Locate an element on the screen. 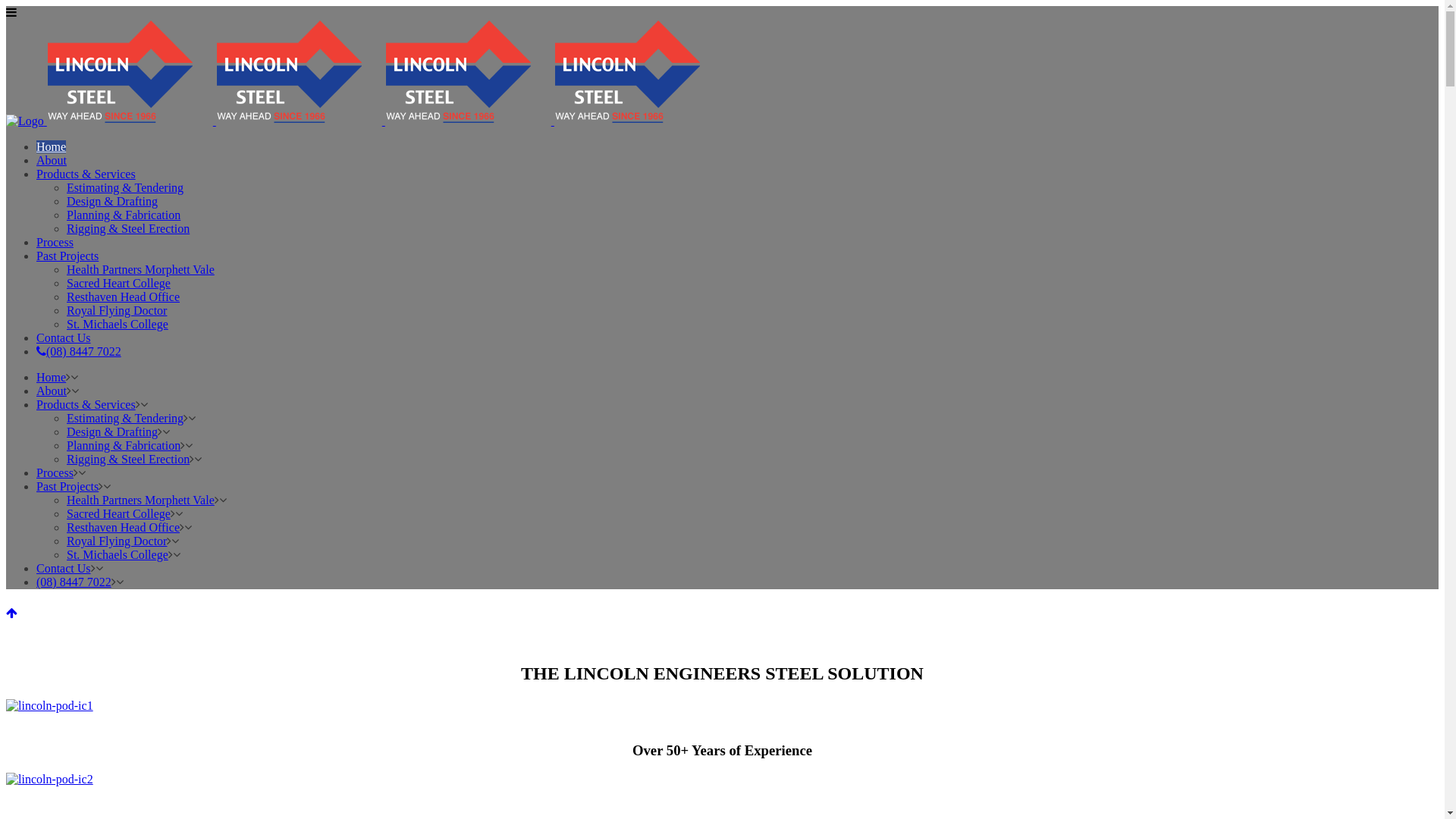 Image resolution: width=1456 pixels, height=819 pixels. 'lincoln-pod-ic1' is located at coordinates (6, 705).